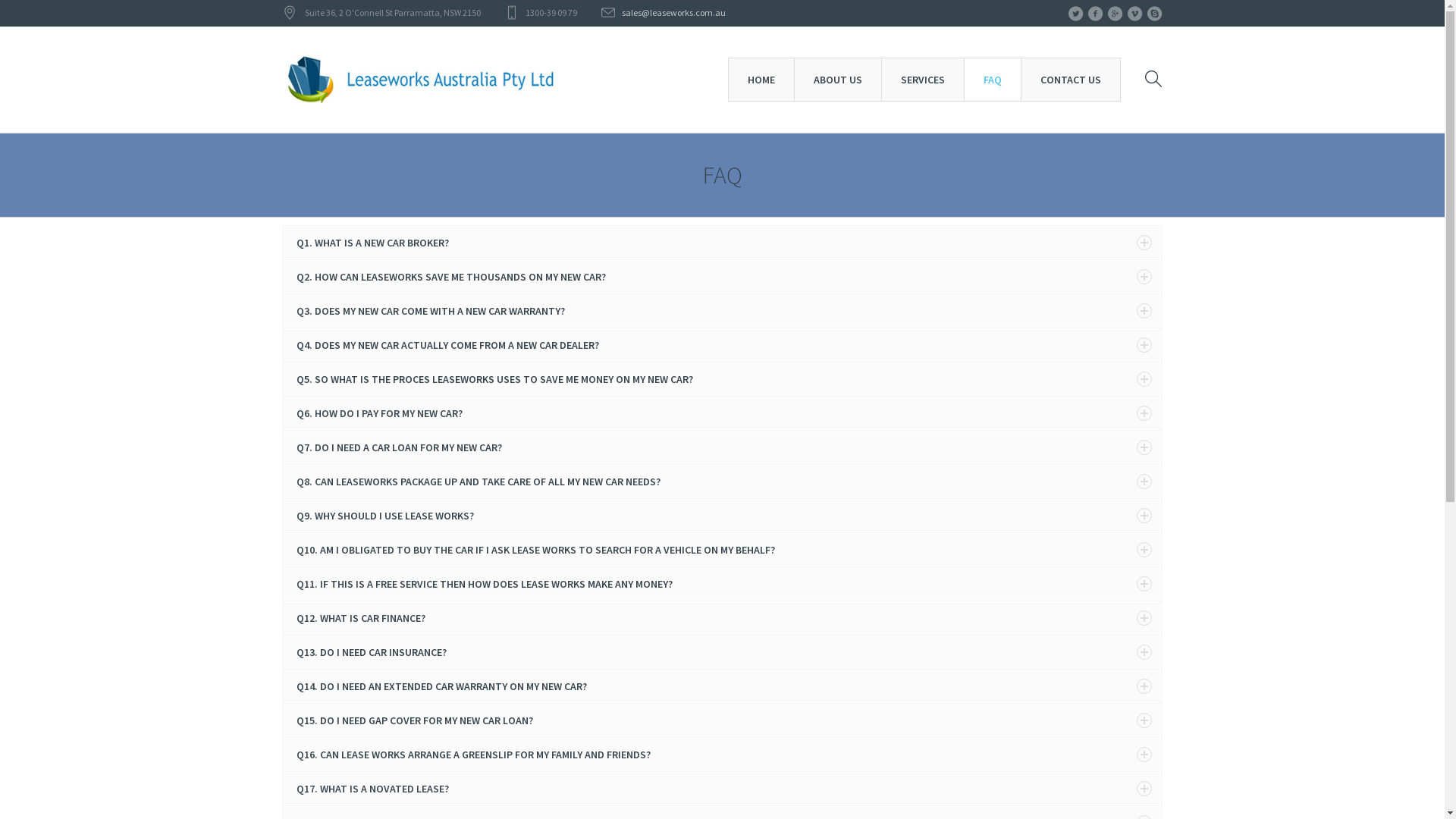  I want to click on 'Twitter', so click(1074, 14).